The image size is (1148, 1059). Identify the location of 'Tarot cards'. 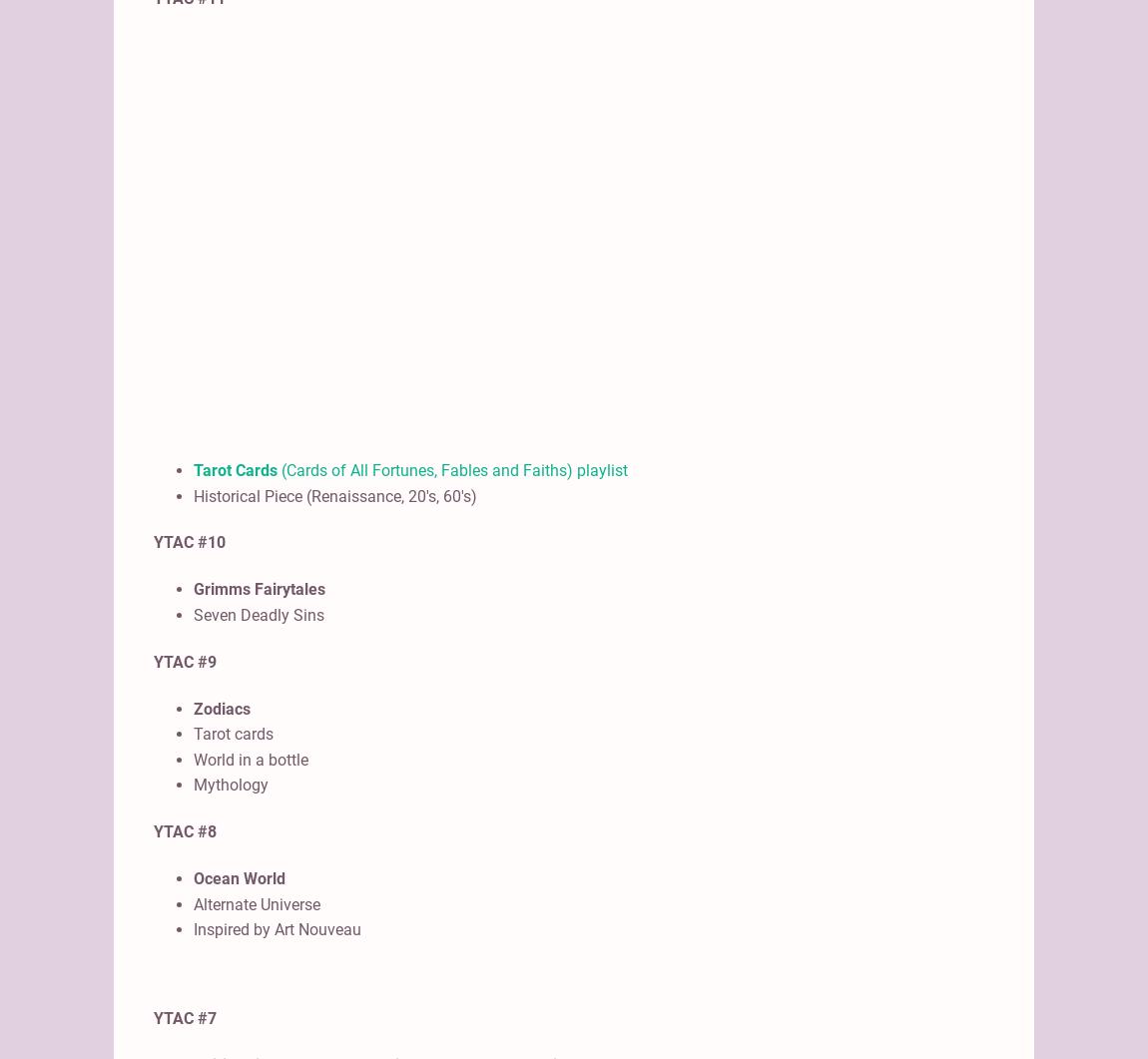
(233, 734).